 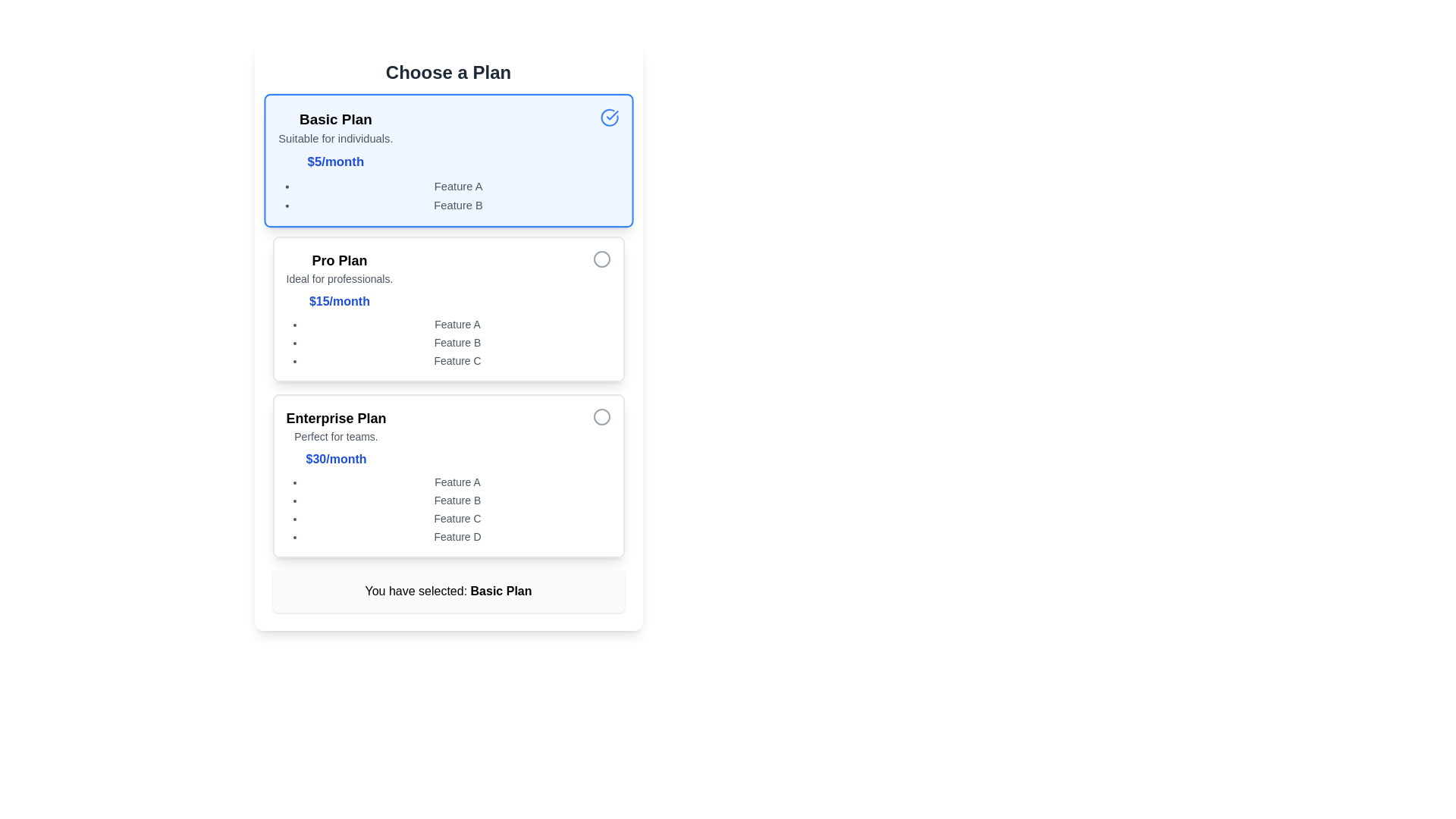 I want to click on the status of the selection indicator icon located at the top-right corner of the 'Basic Plan' subscription card, which signifies that this plan is currently chosen by the user, so click(x=609, y=117).